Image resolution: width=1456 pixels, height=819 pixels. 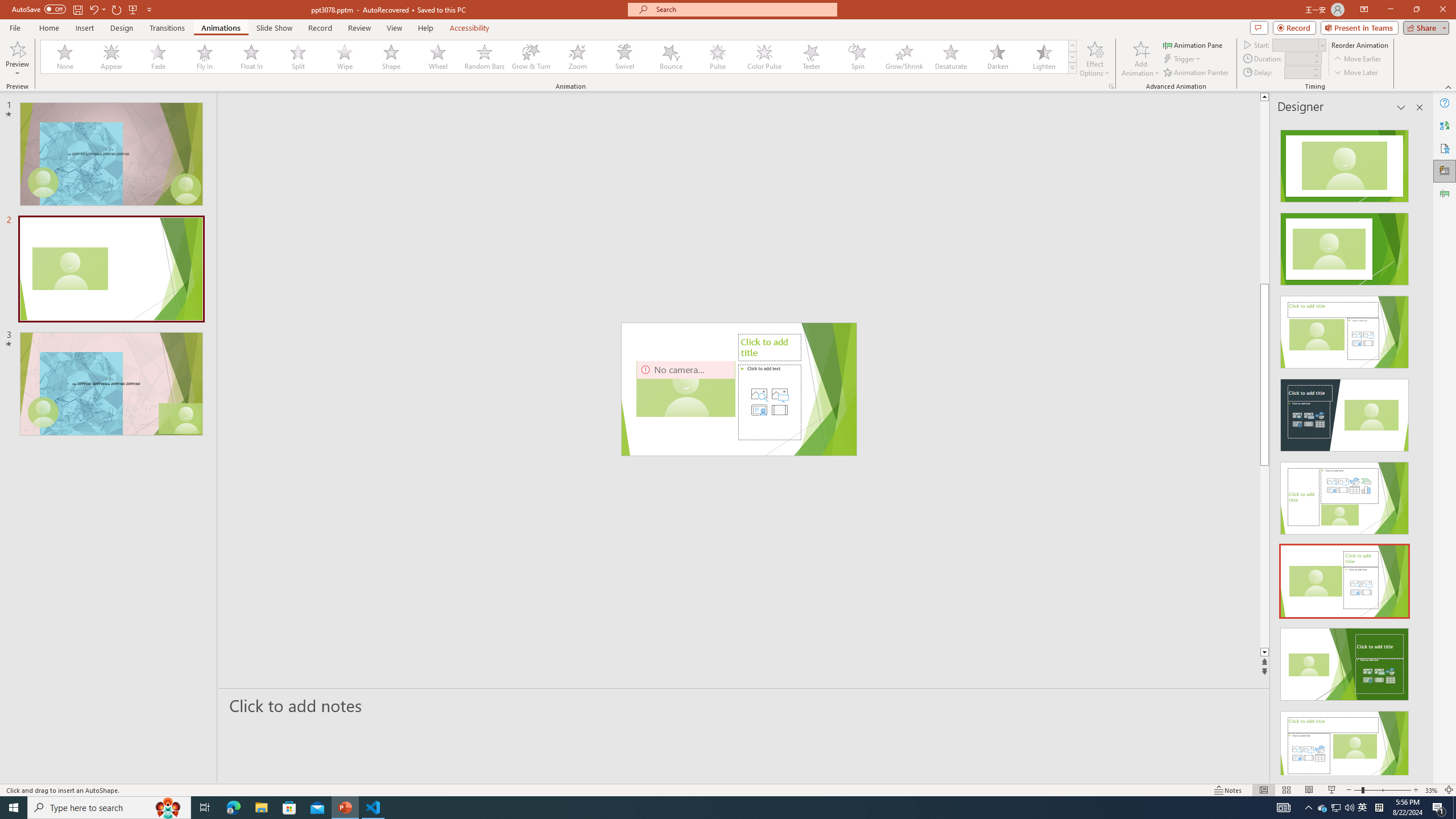 I want to click on 'Page up', so click(x=1302, y=192).